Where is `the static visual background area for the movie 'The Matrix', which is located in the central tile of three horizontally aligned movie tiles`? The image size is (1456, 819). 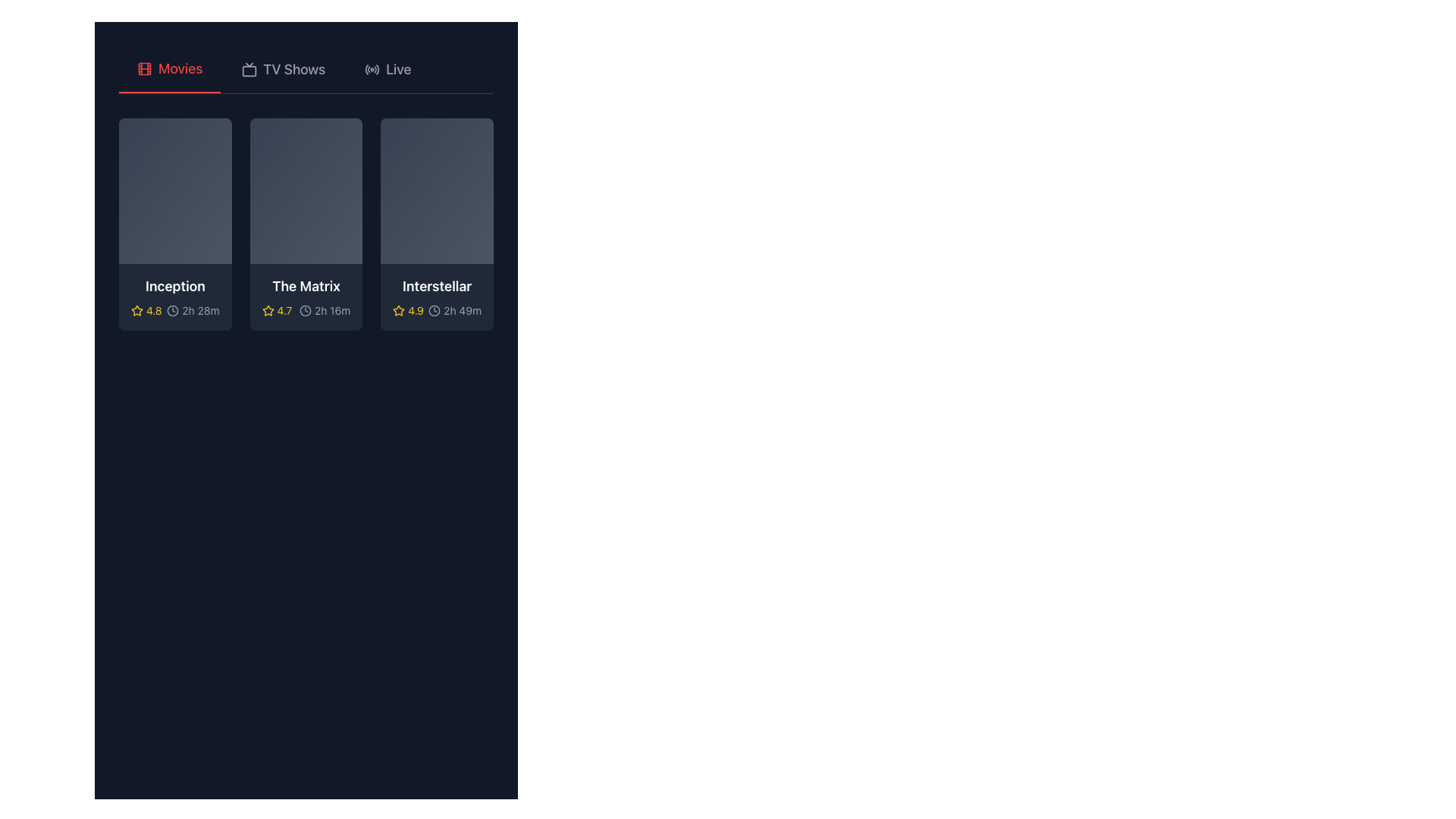 the static visual background area for the movie 'The Matrix', which is located in the central tile of three horizontally aligned movie tiles is located at coordinates (305, 190).